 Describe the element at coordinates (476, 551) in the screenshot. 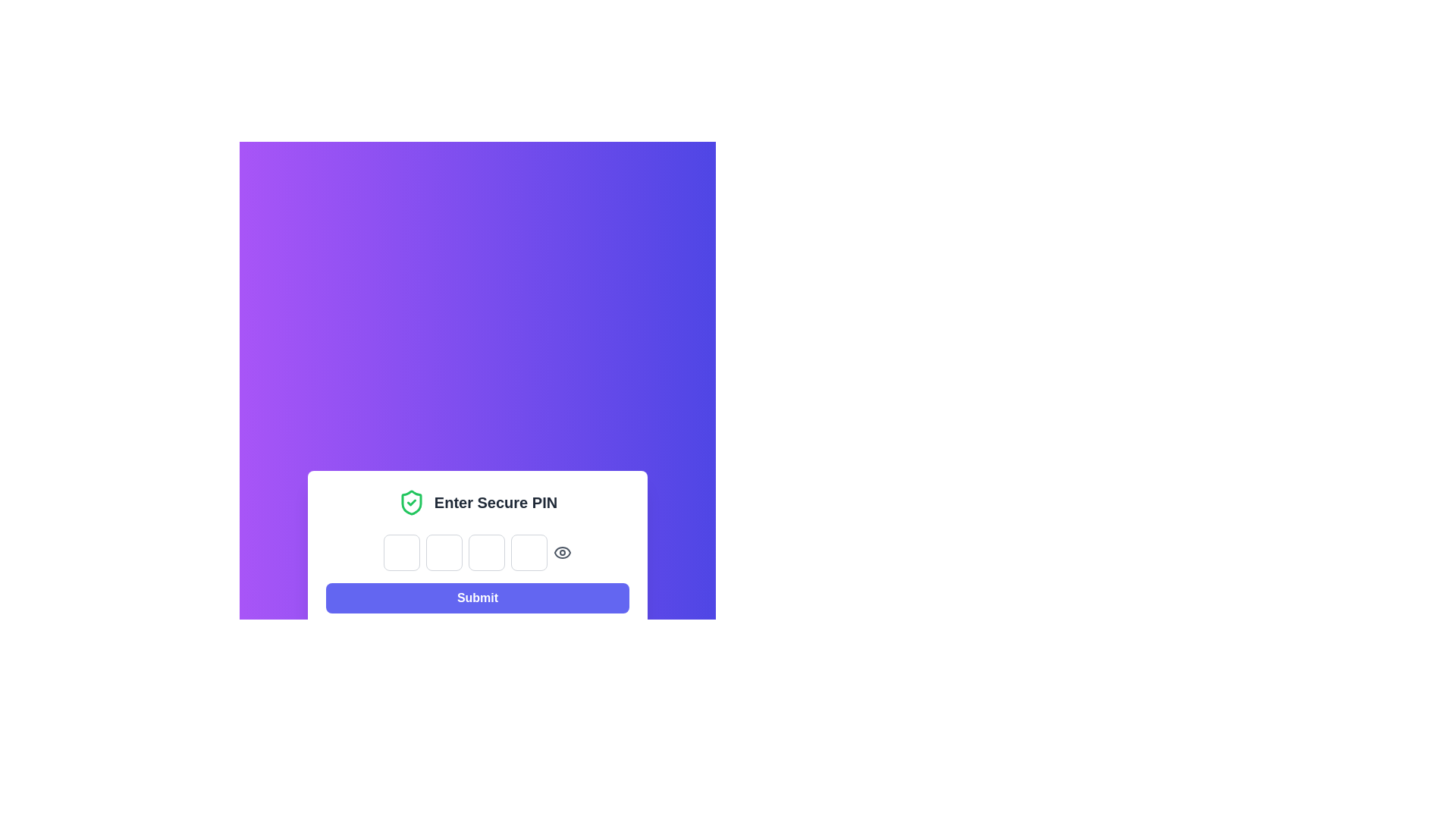

I see `the third PIN code entry box, which is a square input field with rounded corners` at that location.